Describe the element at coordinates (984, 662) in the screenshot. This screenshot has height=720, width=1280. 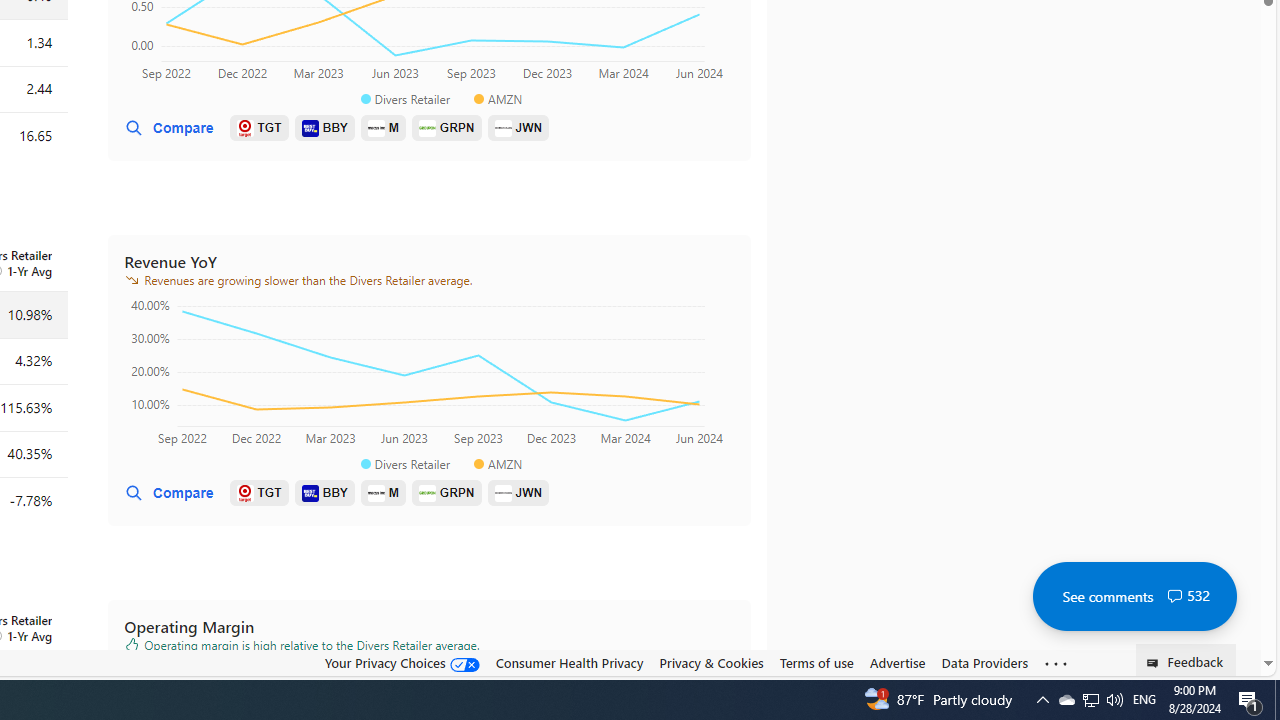
I see `'Data Providers'` at that location.